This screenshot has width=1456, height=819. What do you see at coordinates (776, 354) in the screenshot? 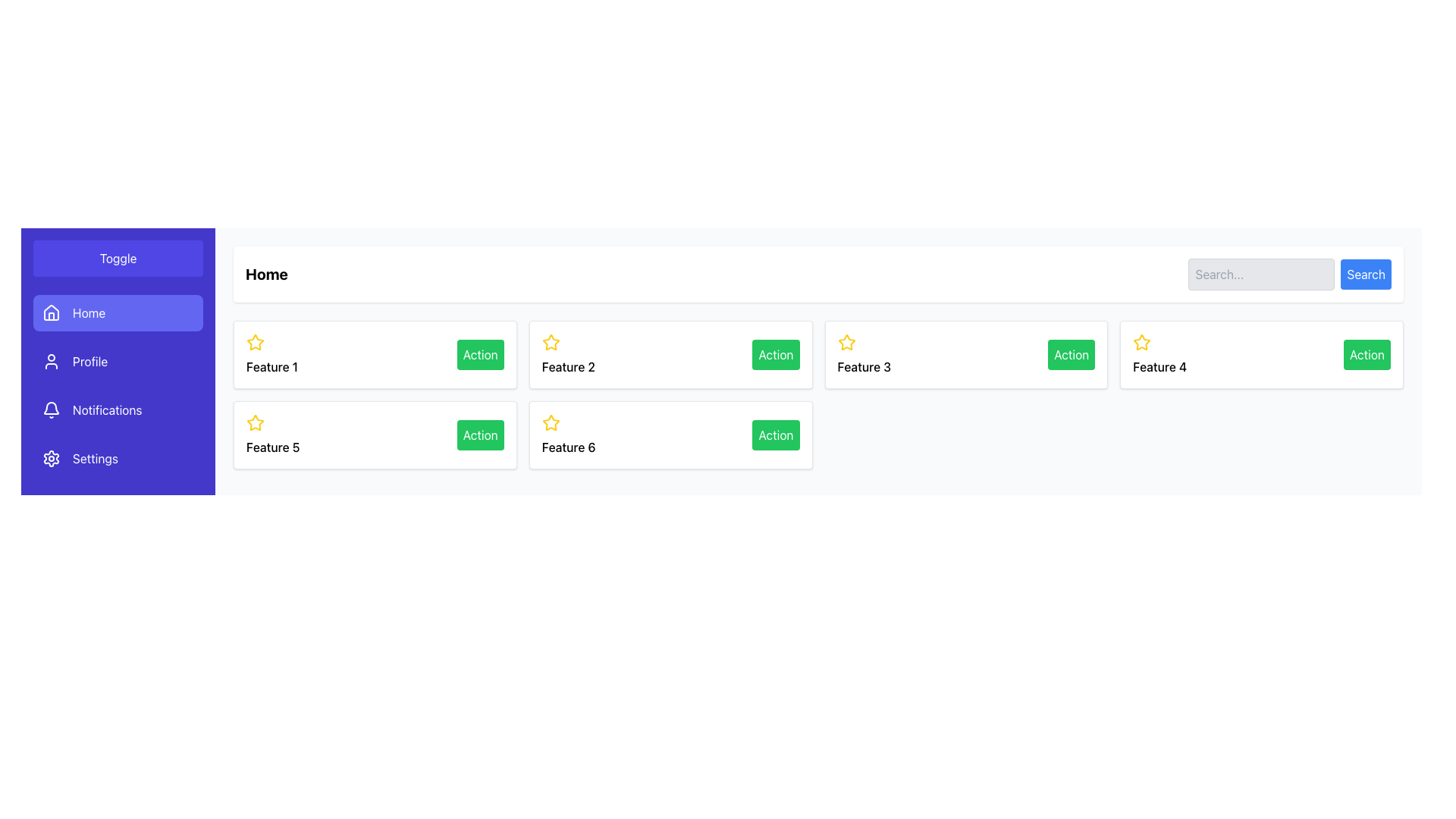
I see `the call-to-action button located in the right section of the card labeled 'Feature 2'` at bounding box center [776, 354].